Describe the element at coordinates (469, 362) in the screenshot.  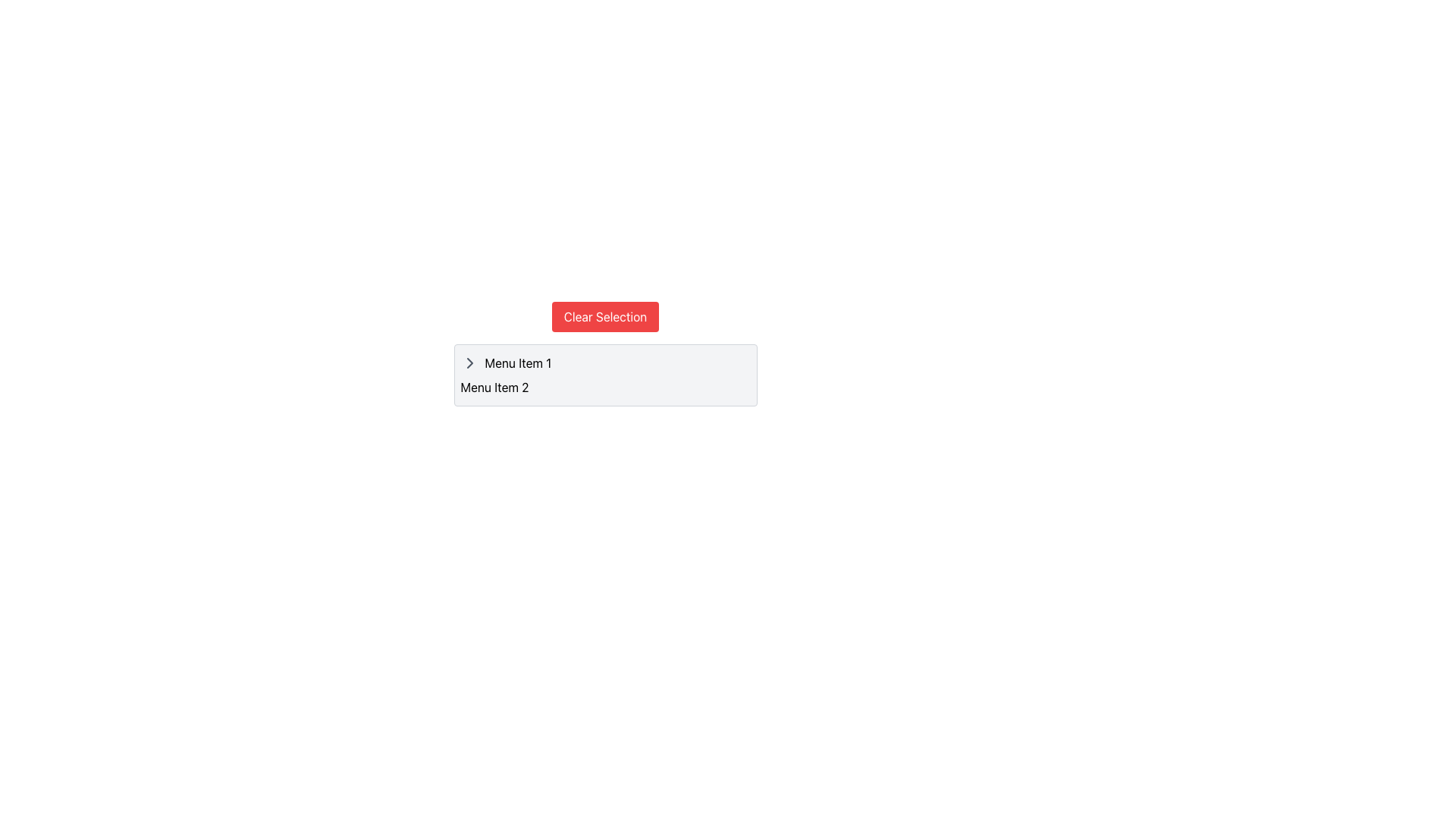
I see `the gray rightward-facing chevron icon that is positioned to the immediate left of 'Menu Item 1'` at that location.